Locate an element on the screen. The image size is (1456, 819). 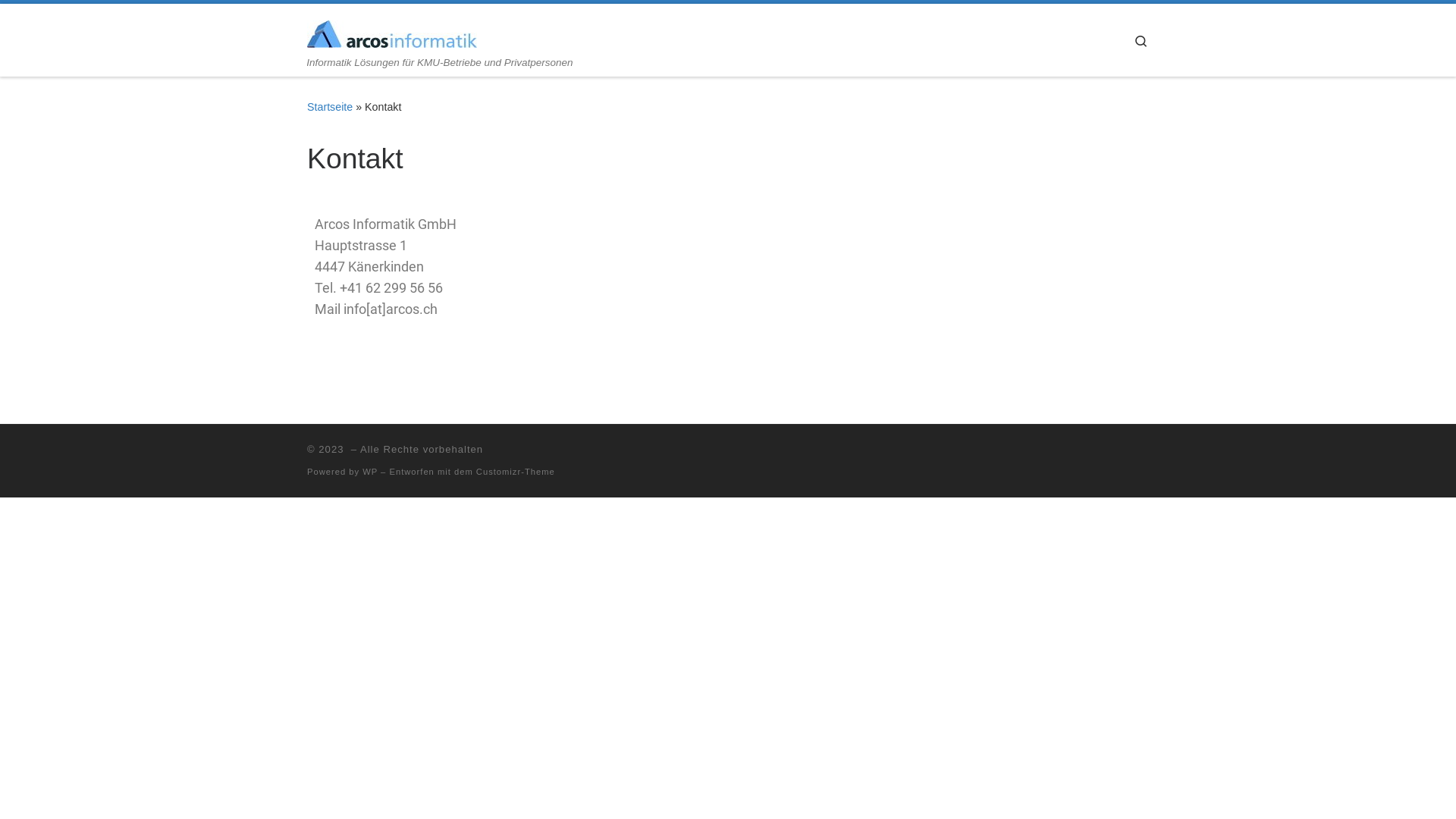
'Startseite' is located at coordinates (329, 106).